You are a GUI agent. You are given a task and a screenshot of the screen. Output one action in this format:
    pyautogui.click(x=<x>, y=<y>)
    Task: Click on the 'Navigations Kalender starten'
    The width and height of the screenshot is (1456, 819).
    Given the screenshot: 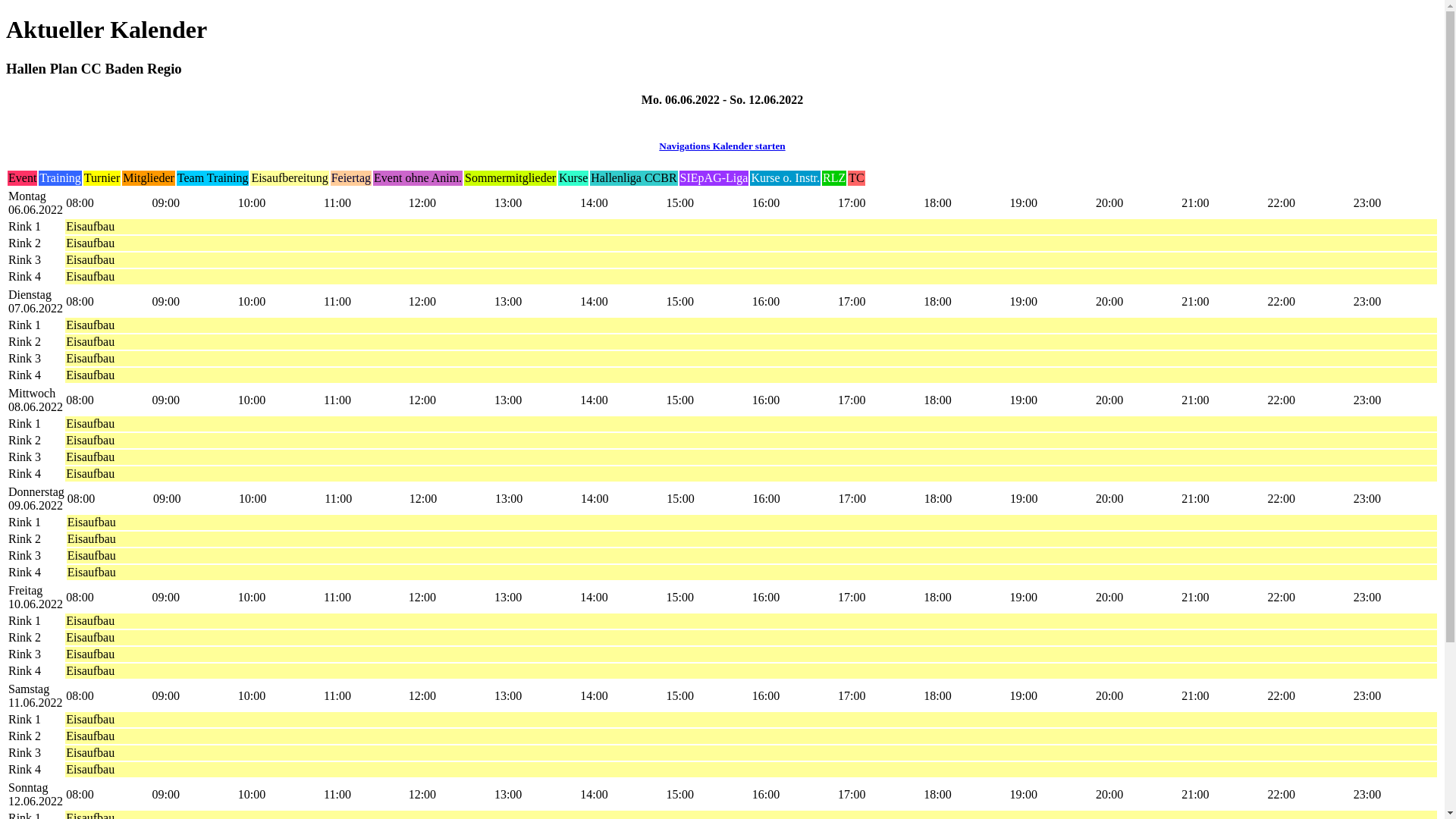 What is the action you would take?
    pyautogui.click(x=720, y=146)
    